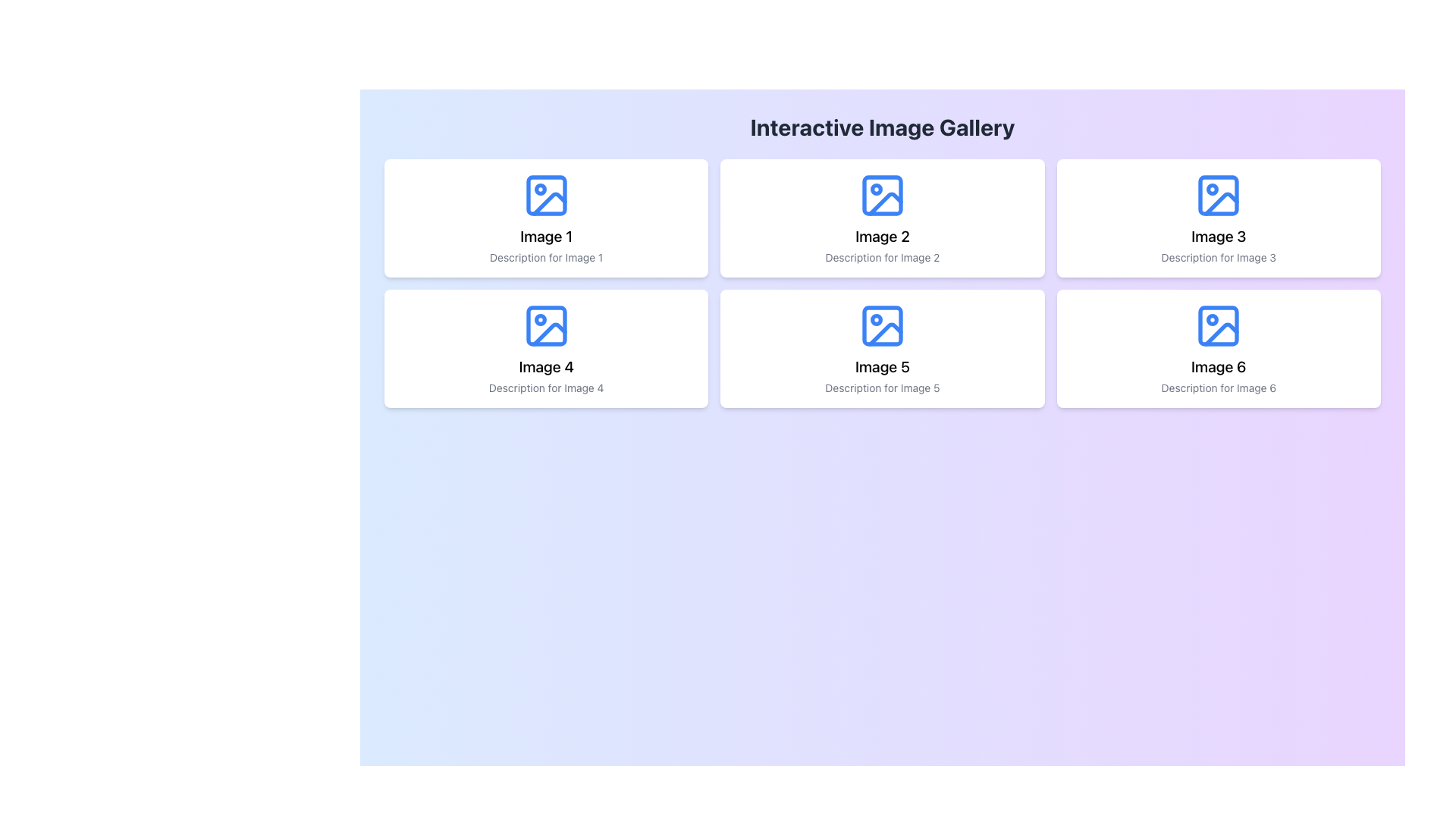  What do you see at coordinates (882, 127) in the screenshot?
I see `text of the central heading element that displays 'Interactive Image Gallery', which is styled in bold and large dark gray text at the top of the interface` at bounding box center [882, 127].